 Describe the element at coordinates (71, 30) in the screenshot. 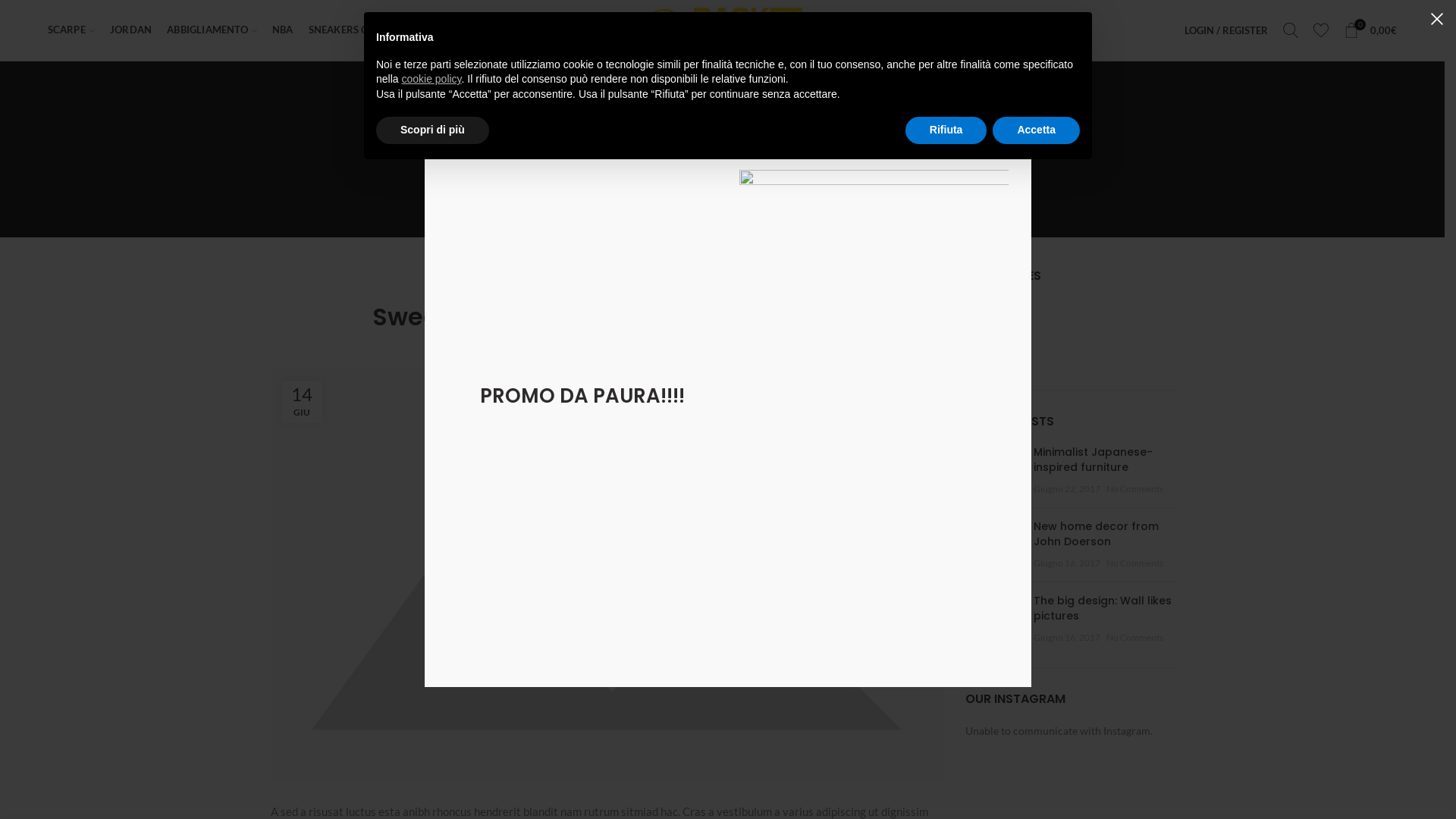

I see `'SCARPE'` at that location.